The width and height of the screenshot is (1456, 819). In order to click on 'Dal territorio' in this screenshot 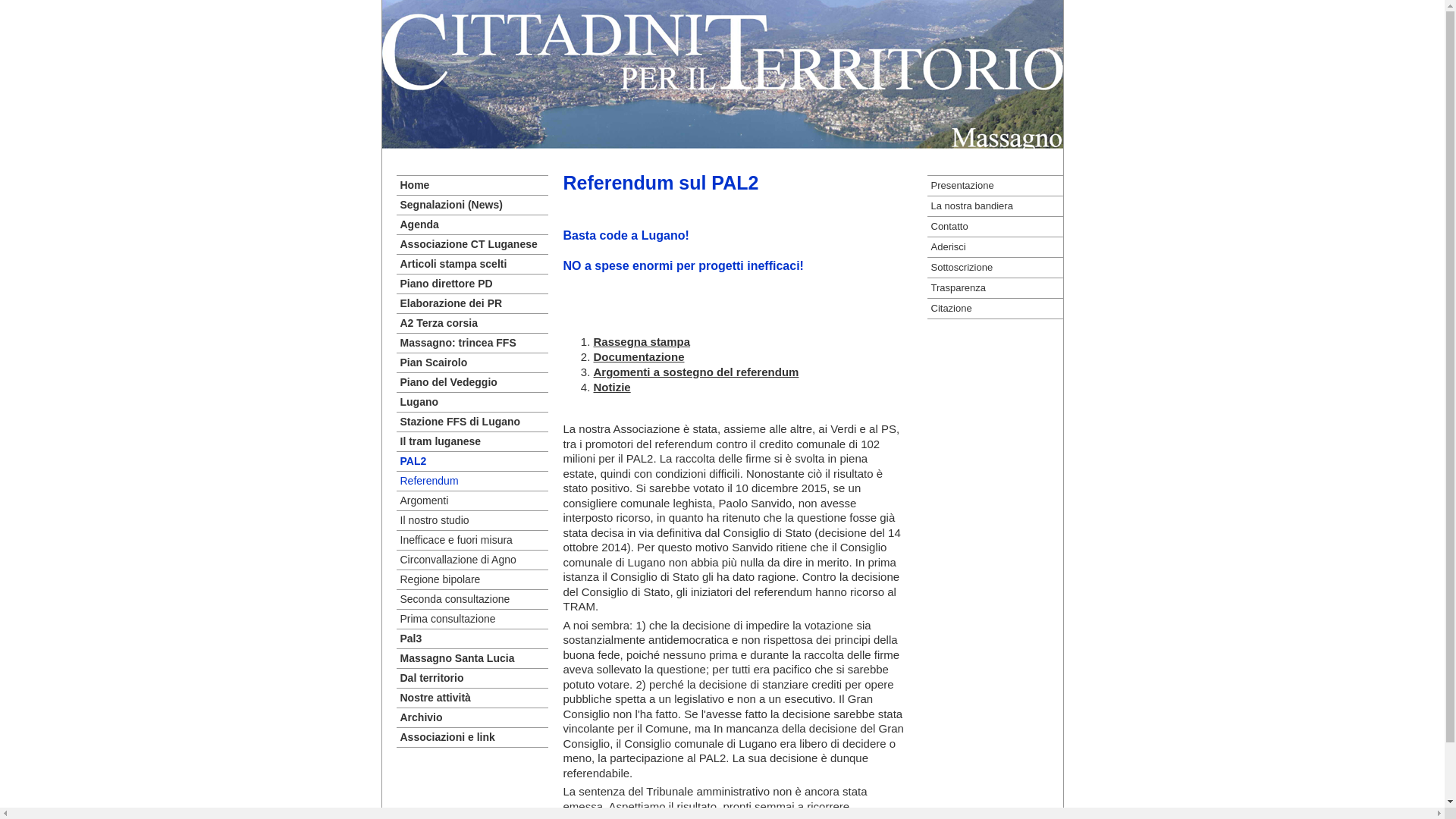, I will do `click(396, 677)`.